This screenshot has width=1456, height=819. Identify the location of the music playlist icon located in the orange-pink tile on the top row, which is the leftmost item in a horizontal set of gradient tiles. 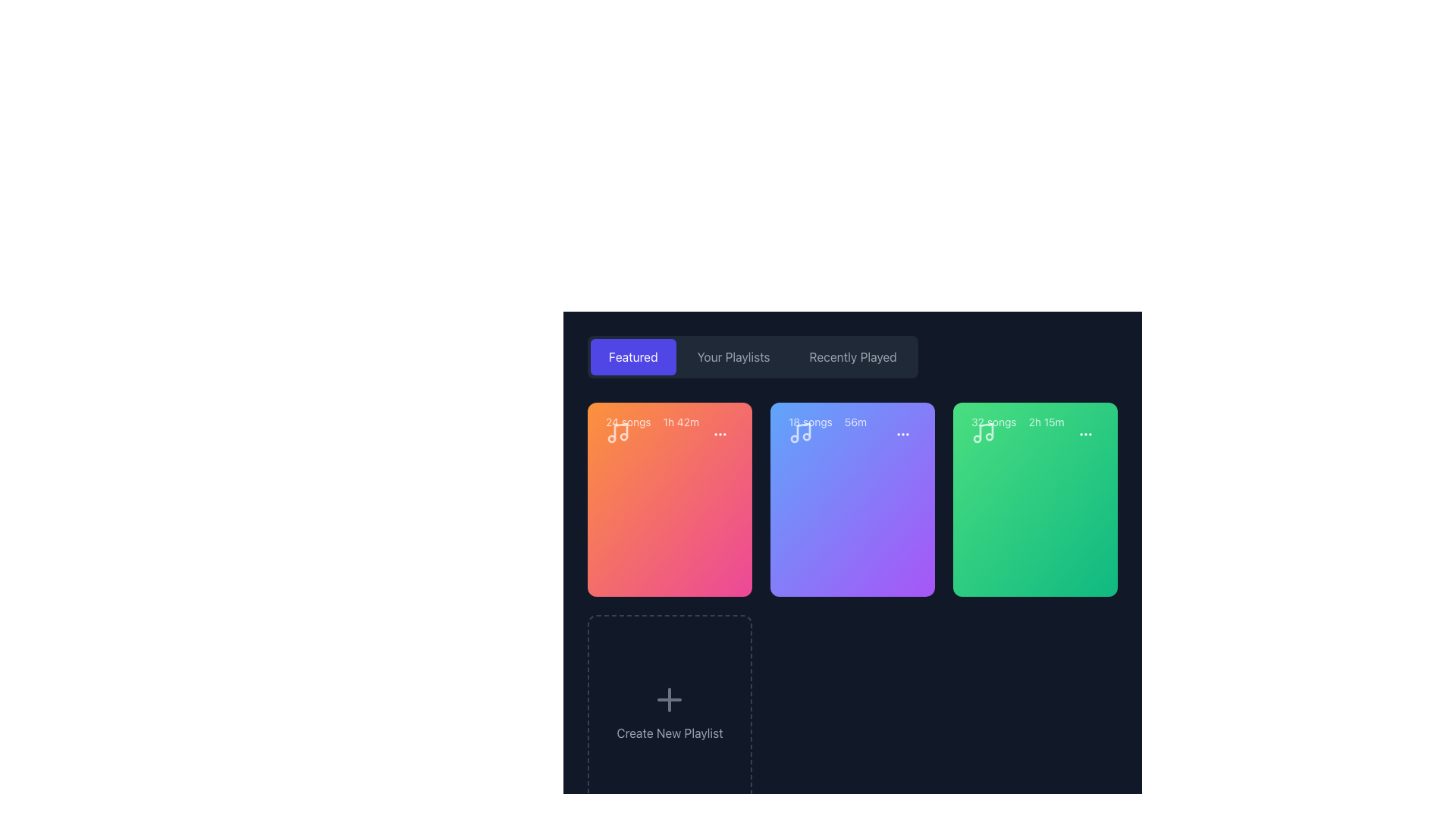
(618, 432).